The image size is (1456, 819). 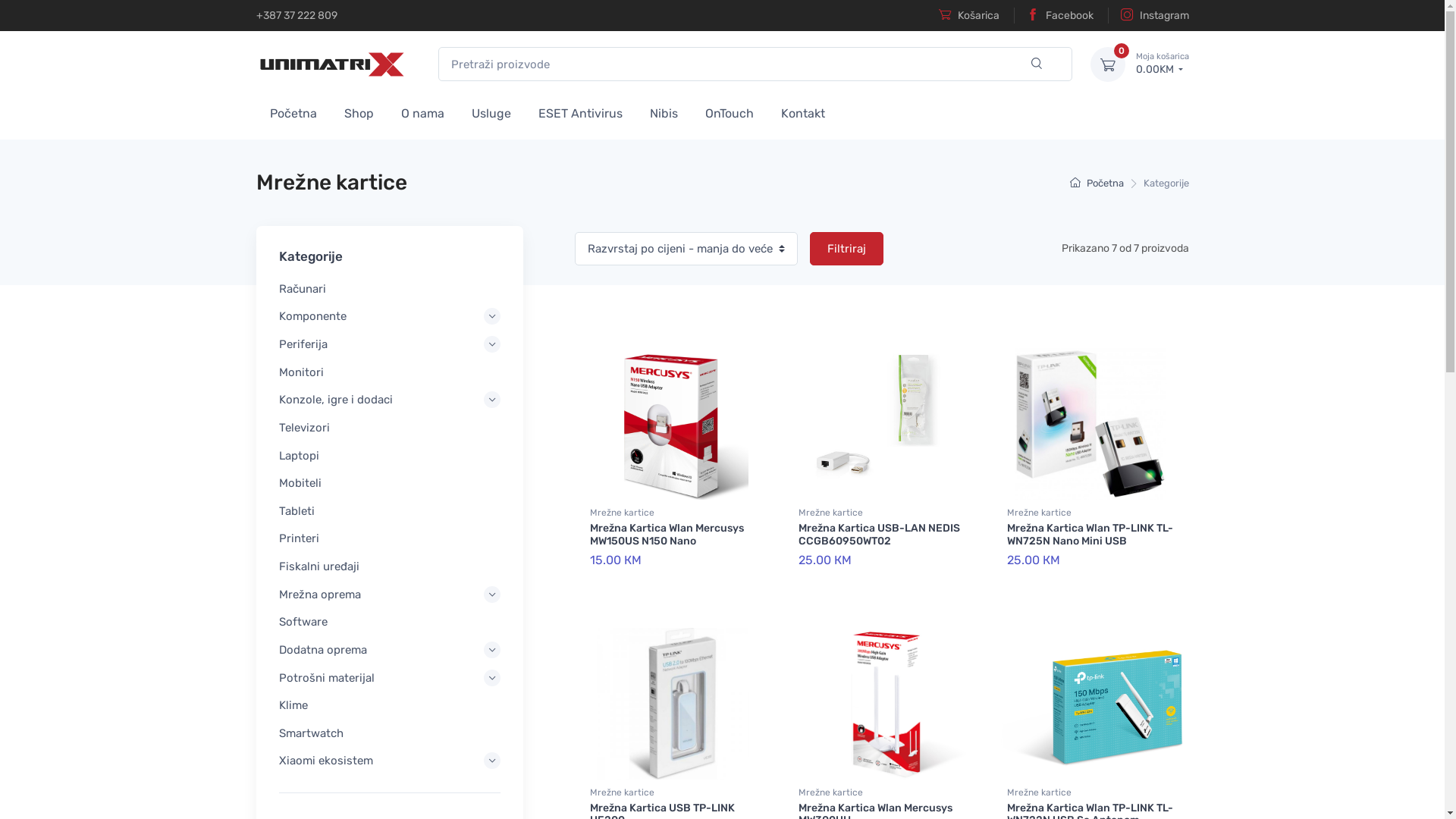 I want to click on 'Kontakt', so click(x=802, y=111).